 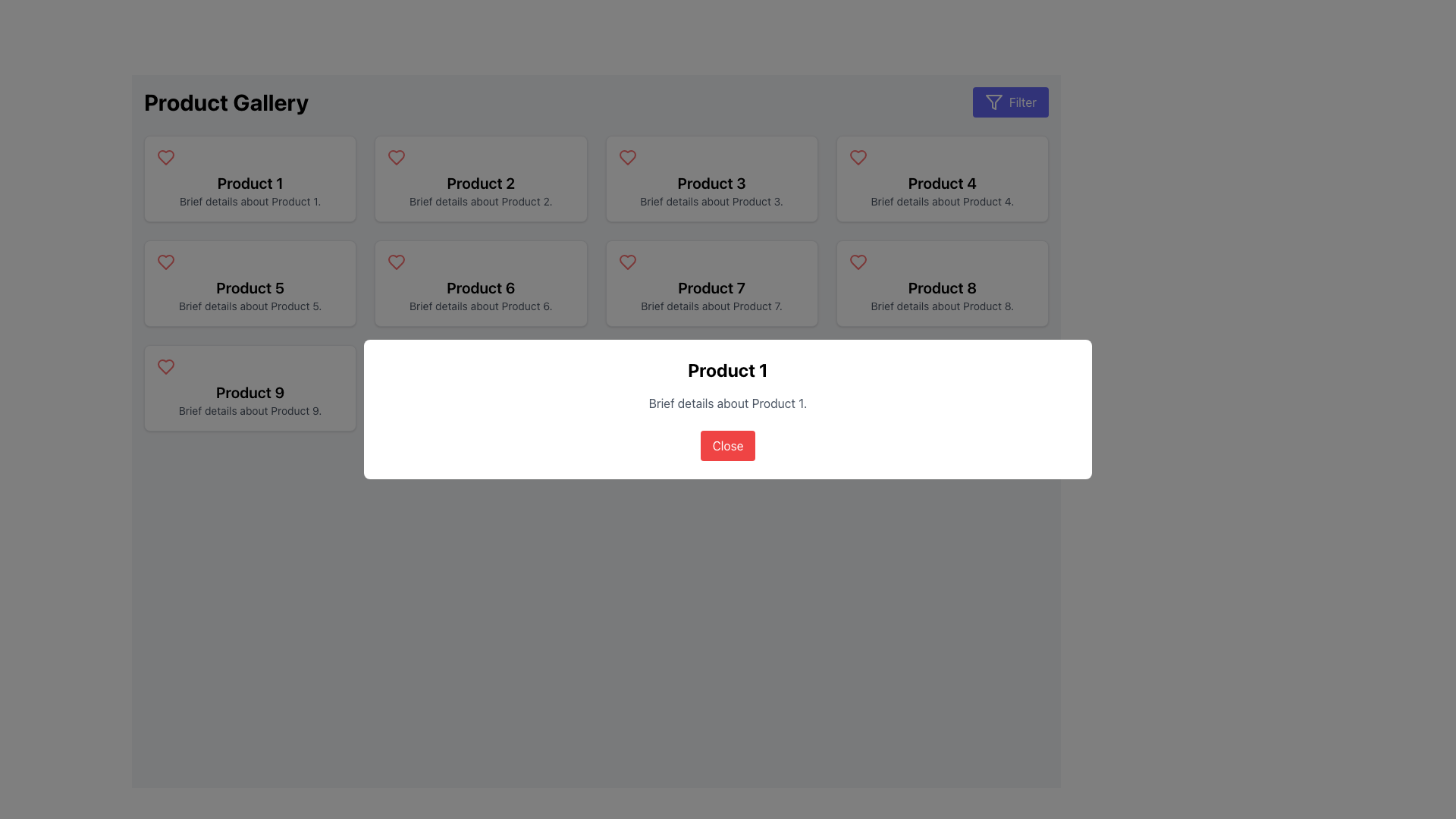 I want to click on the product card displaying 'Product 3' with a red heart icon in the top left corner, so click(x=711, y=177).